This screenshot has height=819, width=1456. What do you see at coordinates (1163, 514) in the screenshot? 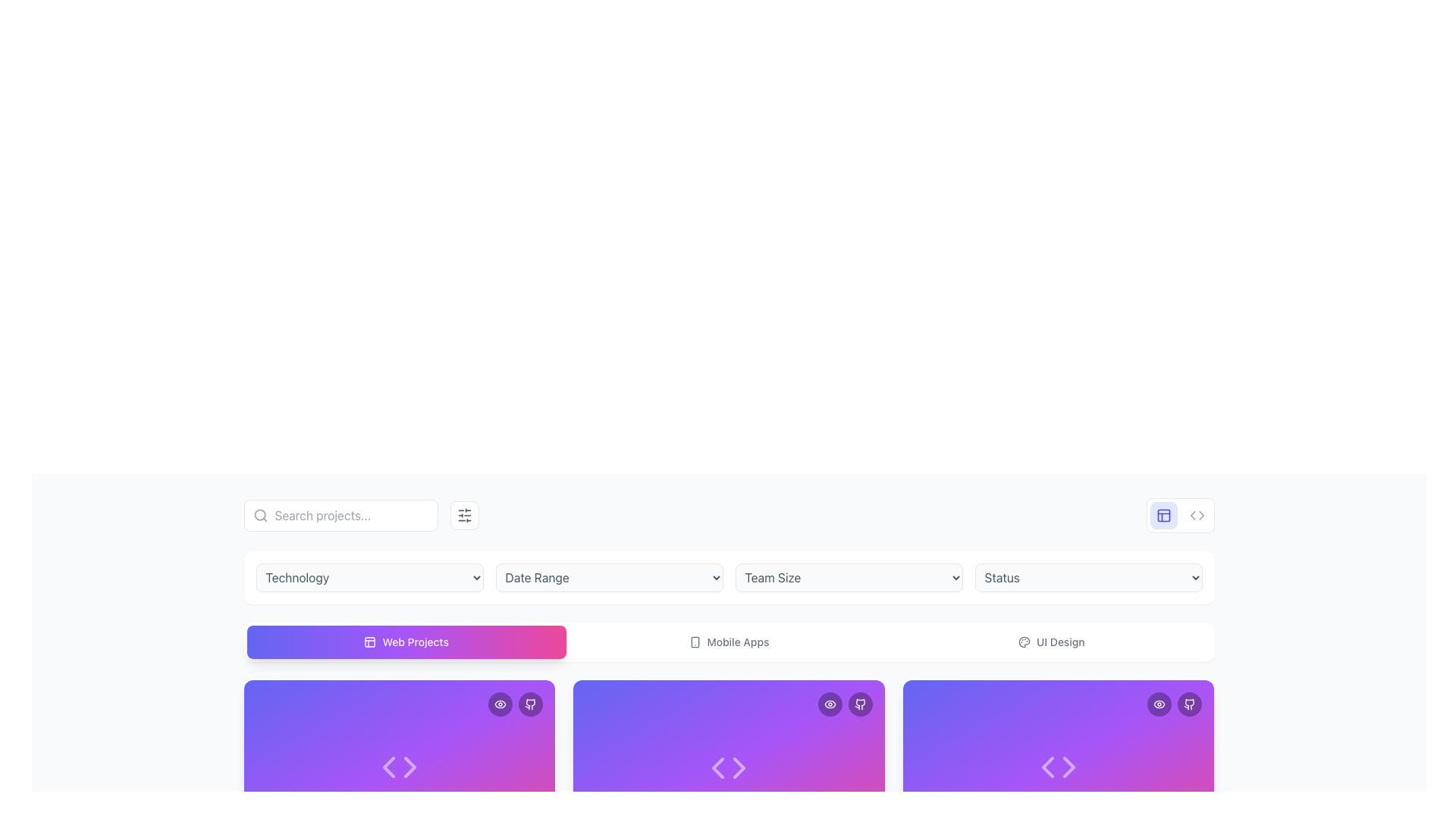
I see `the rectangular icon with rounded corners located in the top-right corner of the interface within the navigation or action toolbar` at bounding box center [1163, 514].